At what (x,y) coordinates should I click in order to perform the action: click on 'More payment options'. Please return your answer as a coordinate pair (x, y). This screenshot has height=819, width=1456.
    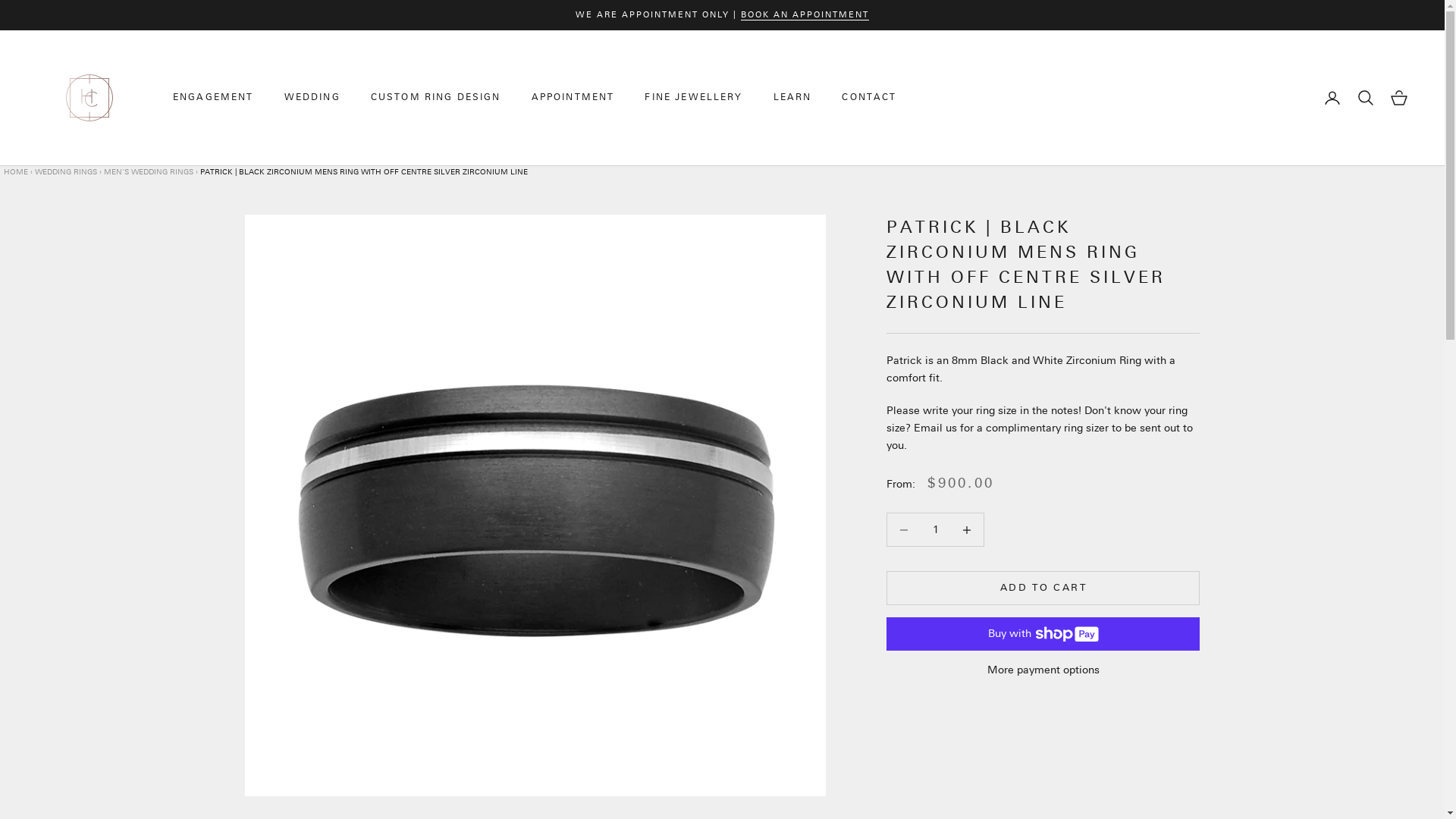
    Looking at the image, I should click on (1042, 669).